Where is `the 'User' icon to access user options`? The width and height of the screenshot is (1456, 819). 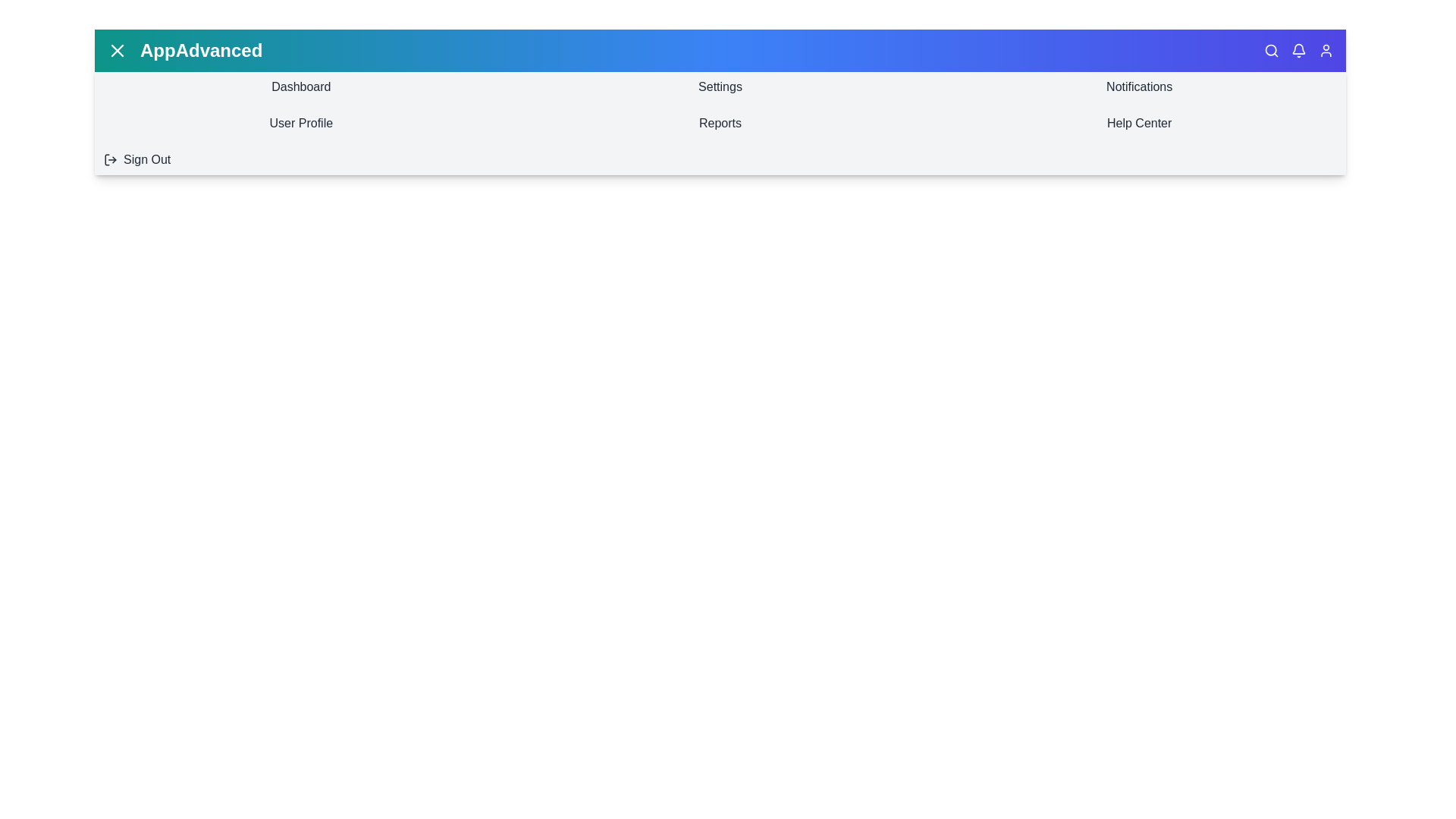
the 'User' icon to access user options is located at coordinates (1325, 49).